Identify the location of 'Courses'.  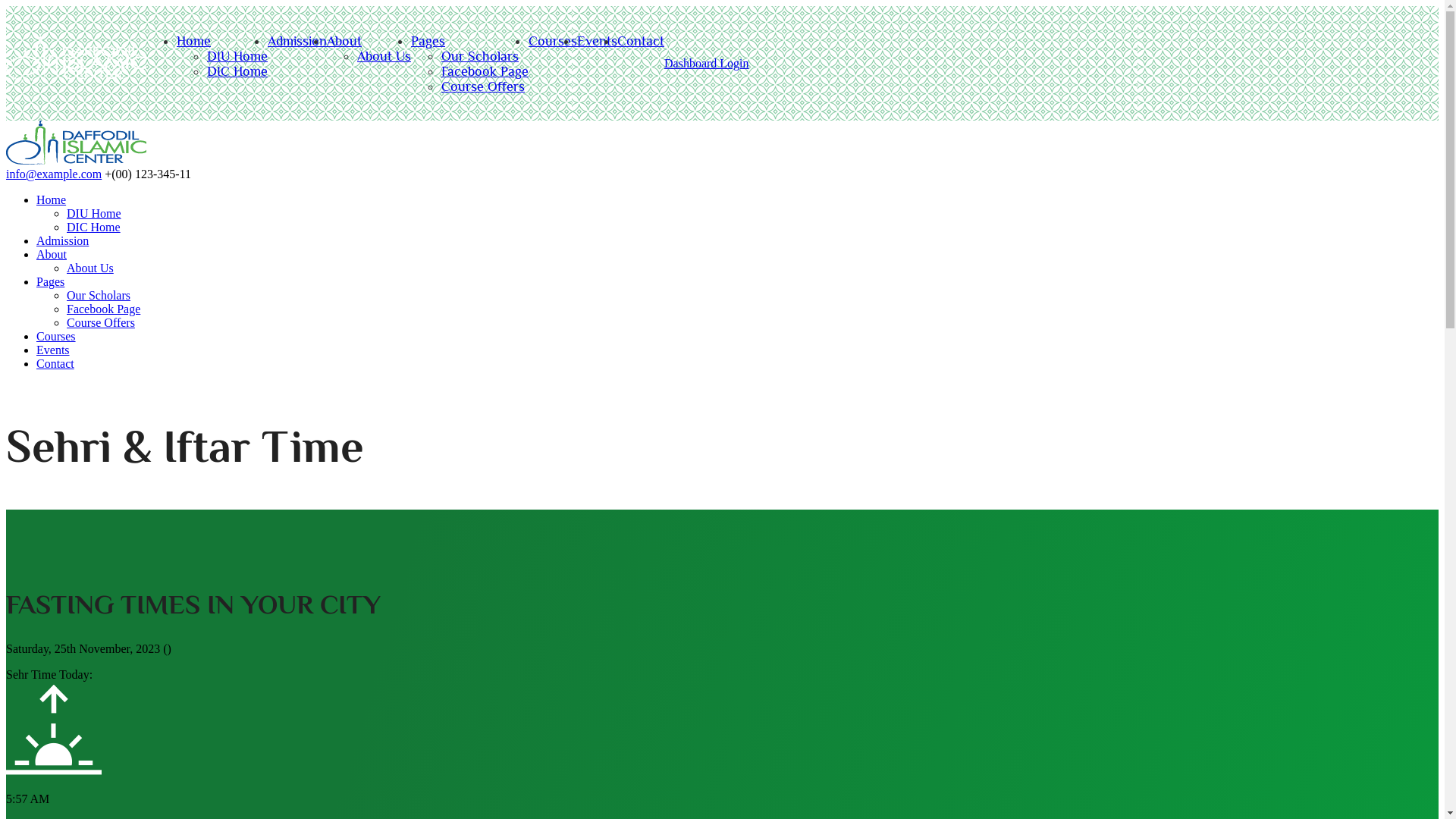
(55, 335).